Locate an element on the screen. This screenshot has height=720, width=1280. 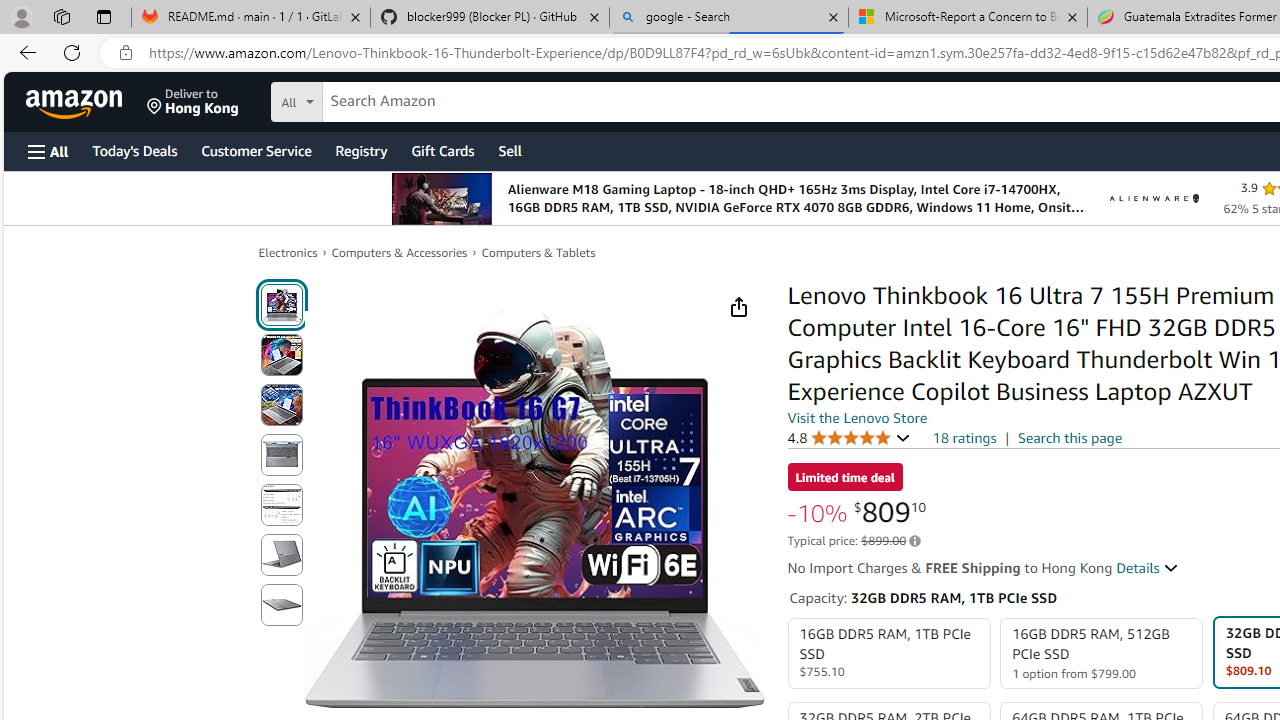
'Registry' is located at coordinates (360, 149).